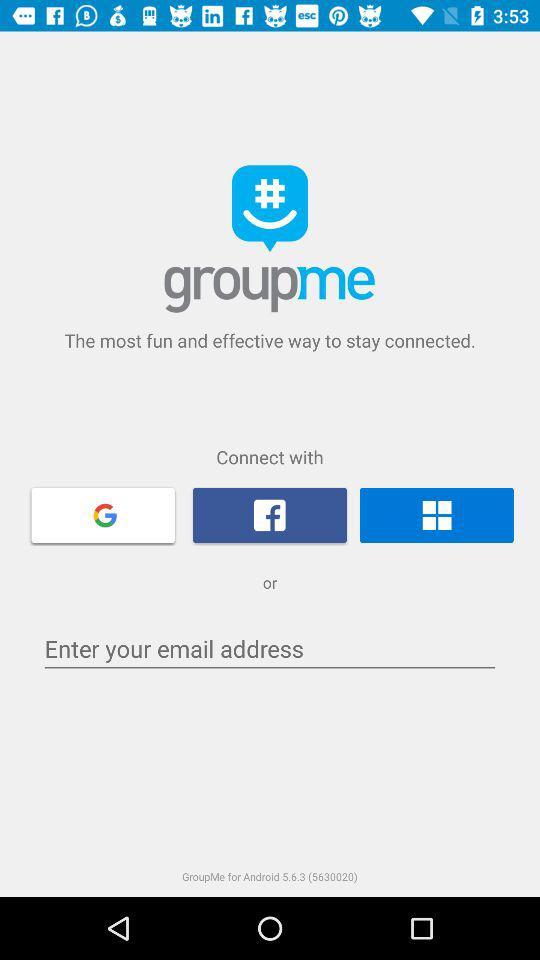 The image size is (540, 960). I want to click on e-mail input, so click(270, 648).